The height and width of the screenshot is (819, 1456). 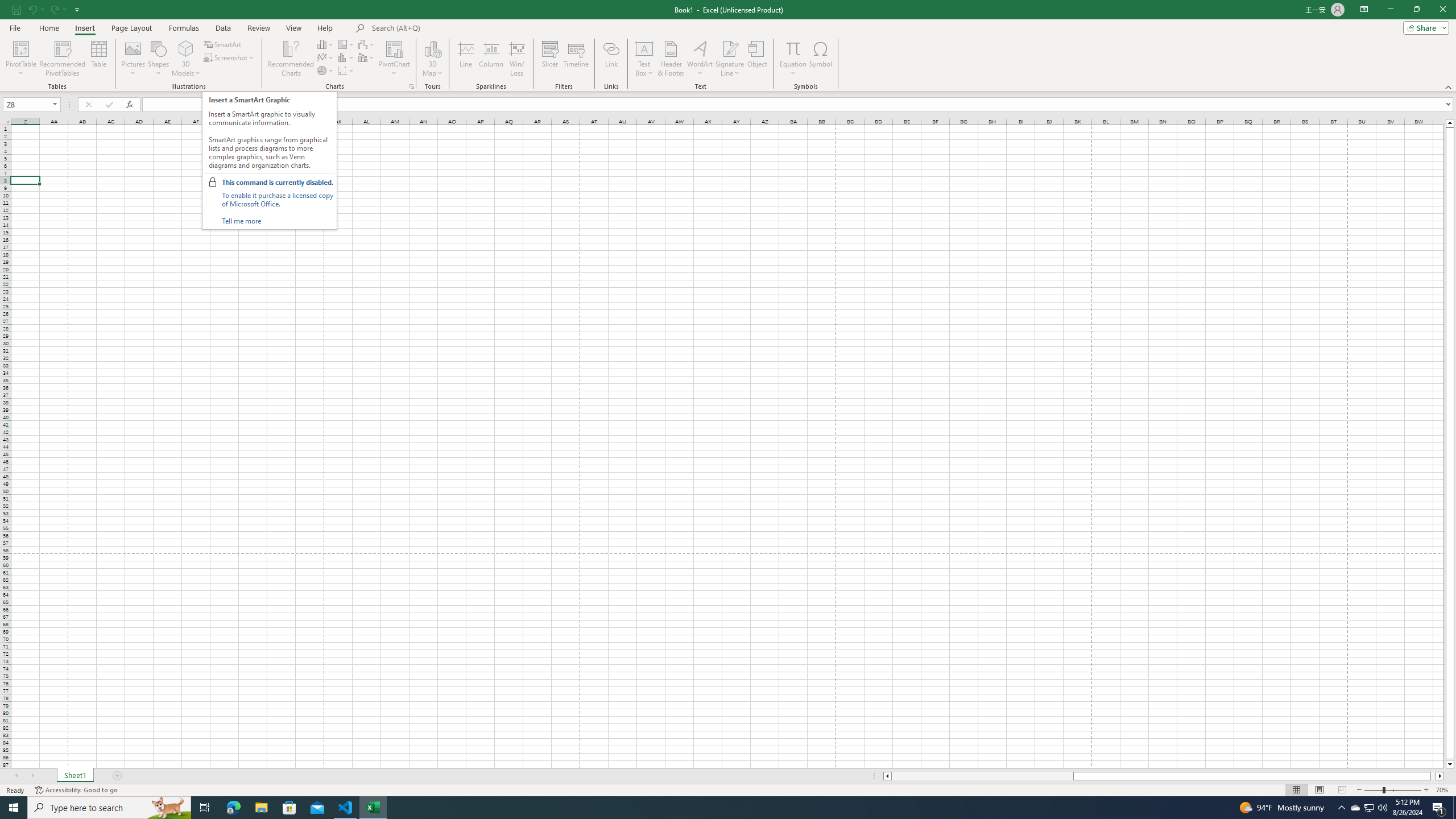 What do you see at coordinates (450, 28) in the screenshot?
I see `'Microsoft search'` at bounding box center [450, 28].